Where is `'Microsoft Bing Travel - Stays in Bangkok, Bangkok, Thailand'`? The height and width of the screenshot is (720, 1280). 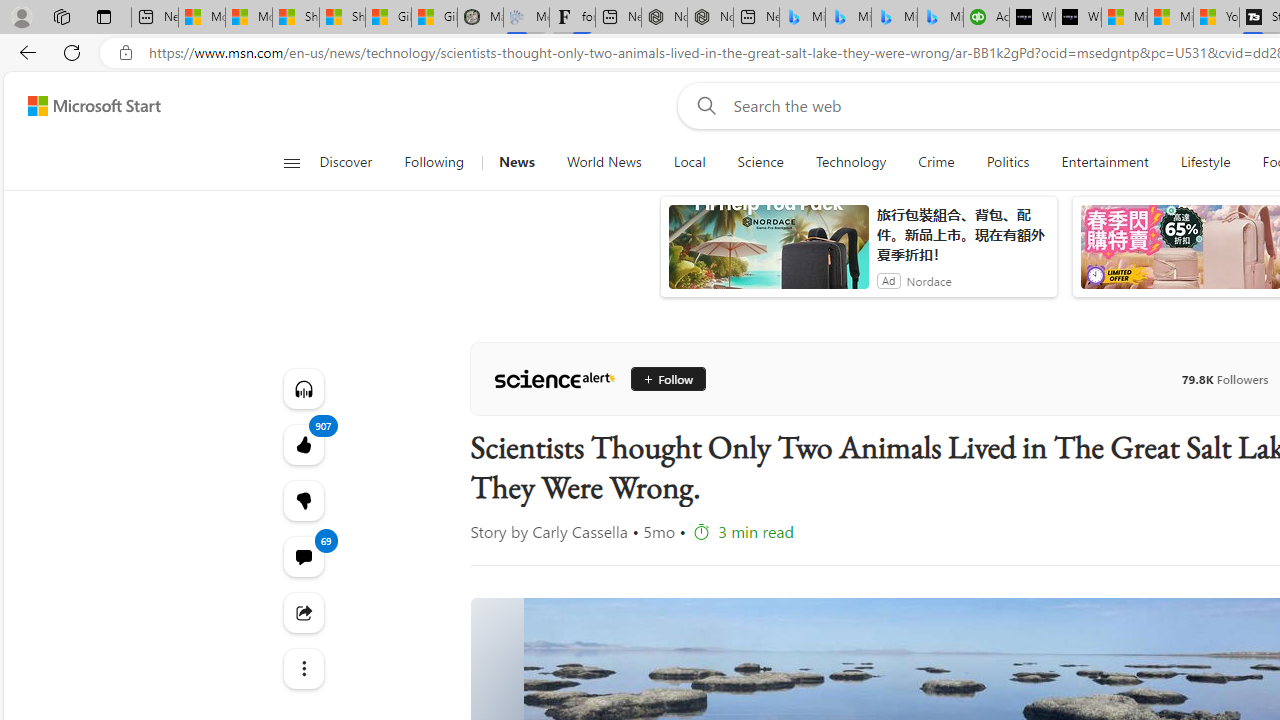
'Microsoft Bing Travel - Stays in Bangkok, Bangkok, Thailand' is located at coordinates (848, 17).